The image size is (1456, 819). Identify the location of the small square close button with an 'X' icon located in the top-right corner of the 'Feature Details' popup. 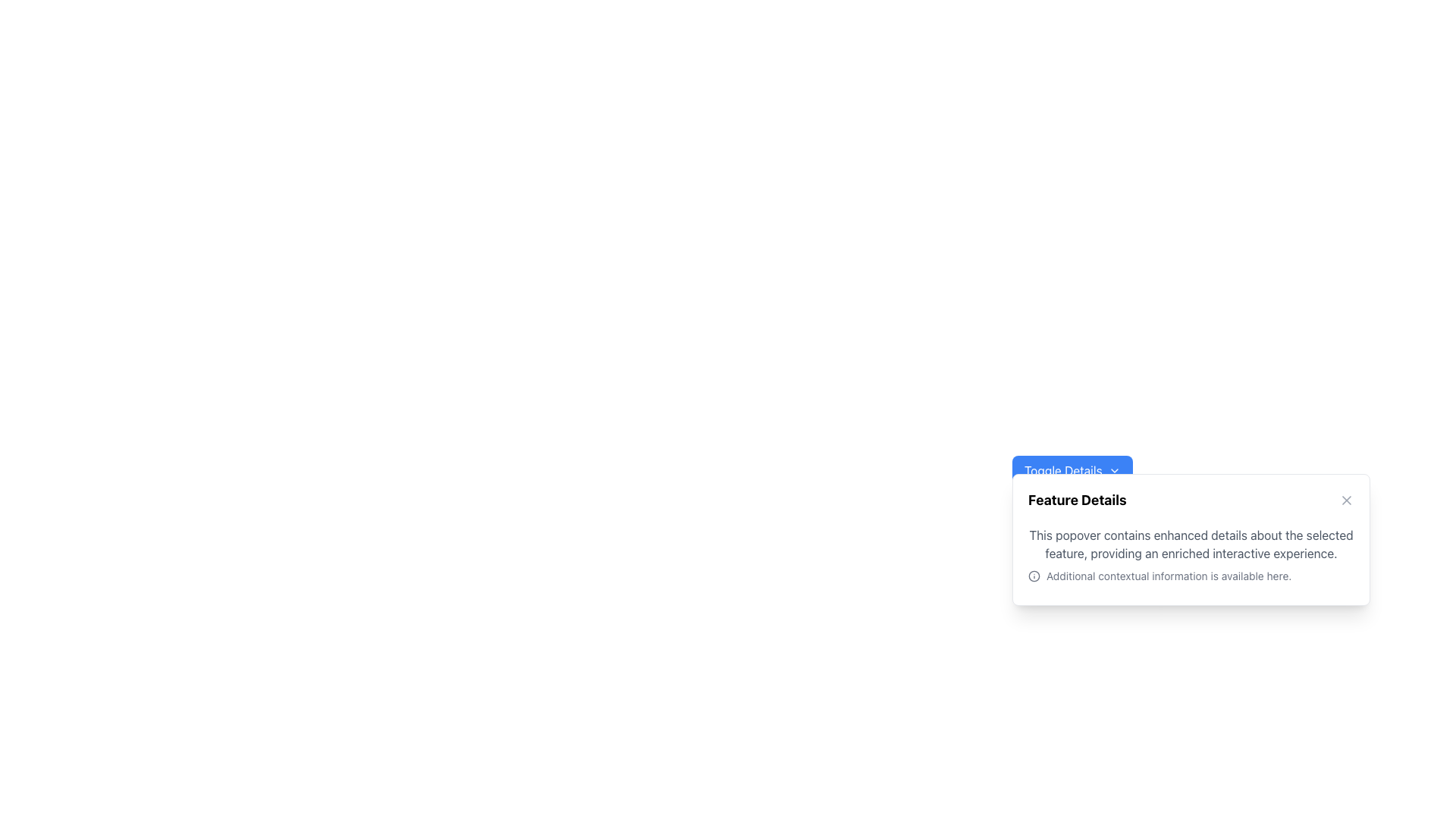
(1347, 500).